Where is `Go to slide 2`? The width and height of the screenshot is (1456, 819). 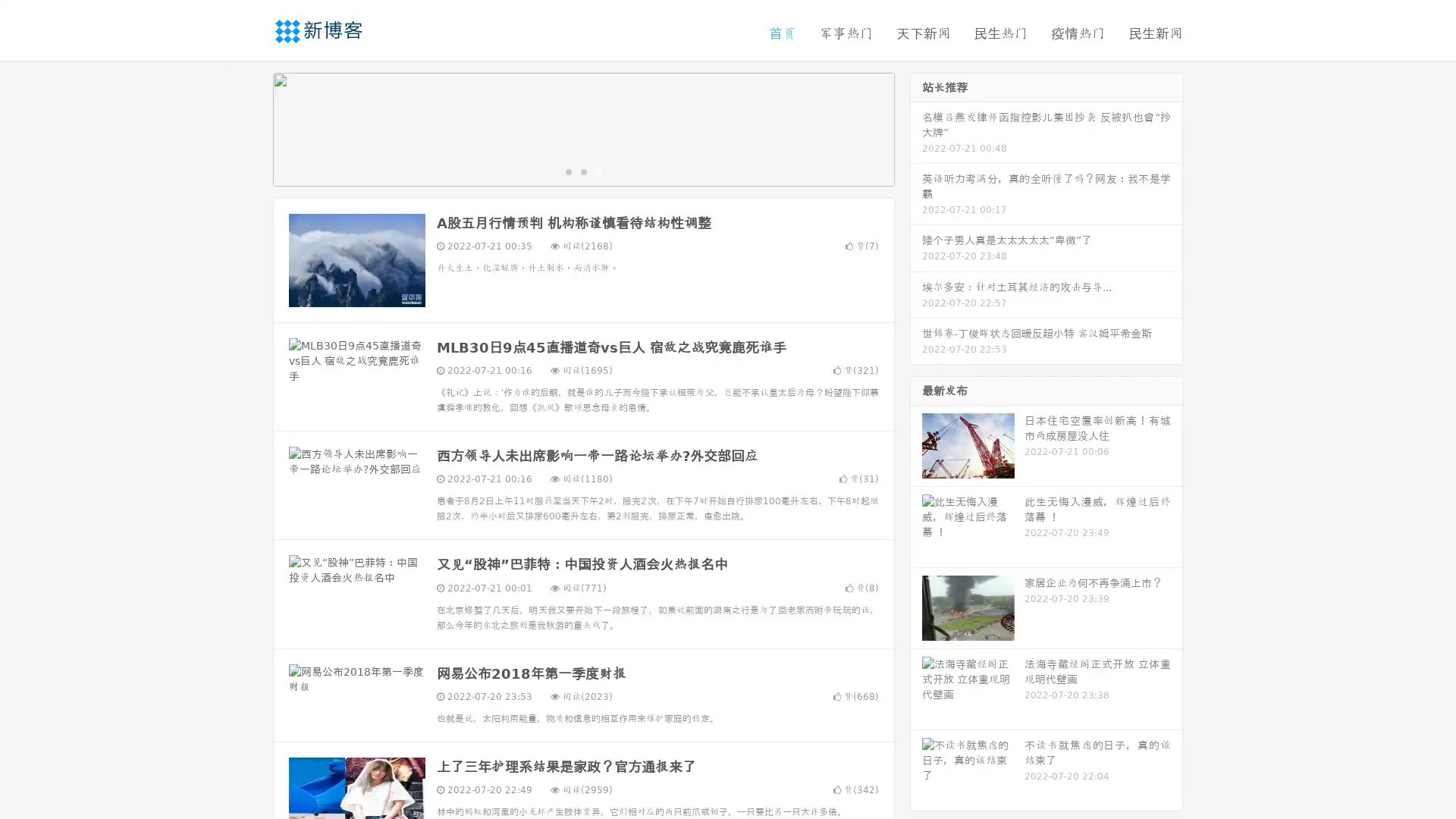 Go to slide 2 is located at coordinates (582, 171).